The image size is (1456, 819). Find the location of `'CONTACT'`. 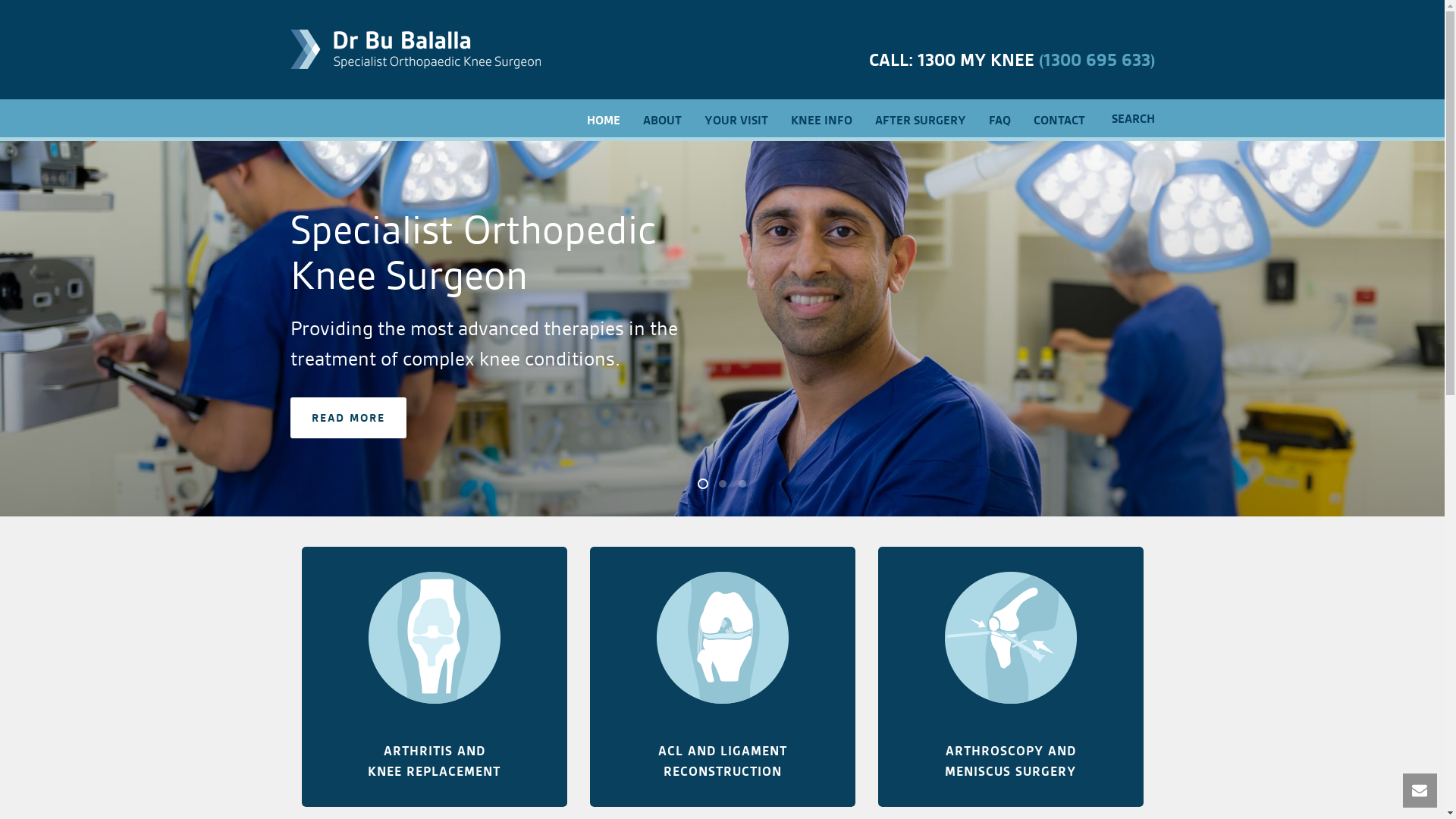

'CONTACT' is located at coordinates (1058, 118).